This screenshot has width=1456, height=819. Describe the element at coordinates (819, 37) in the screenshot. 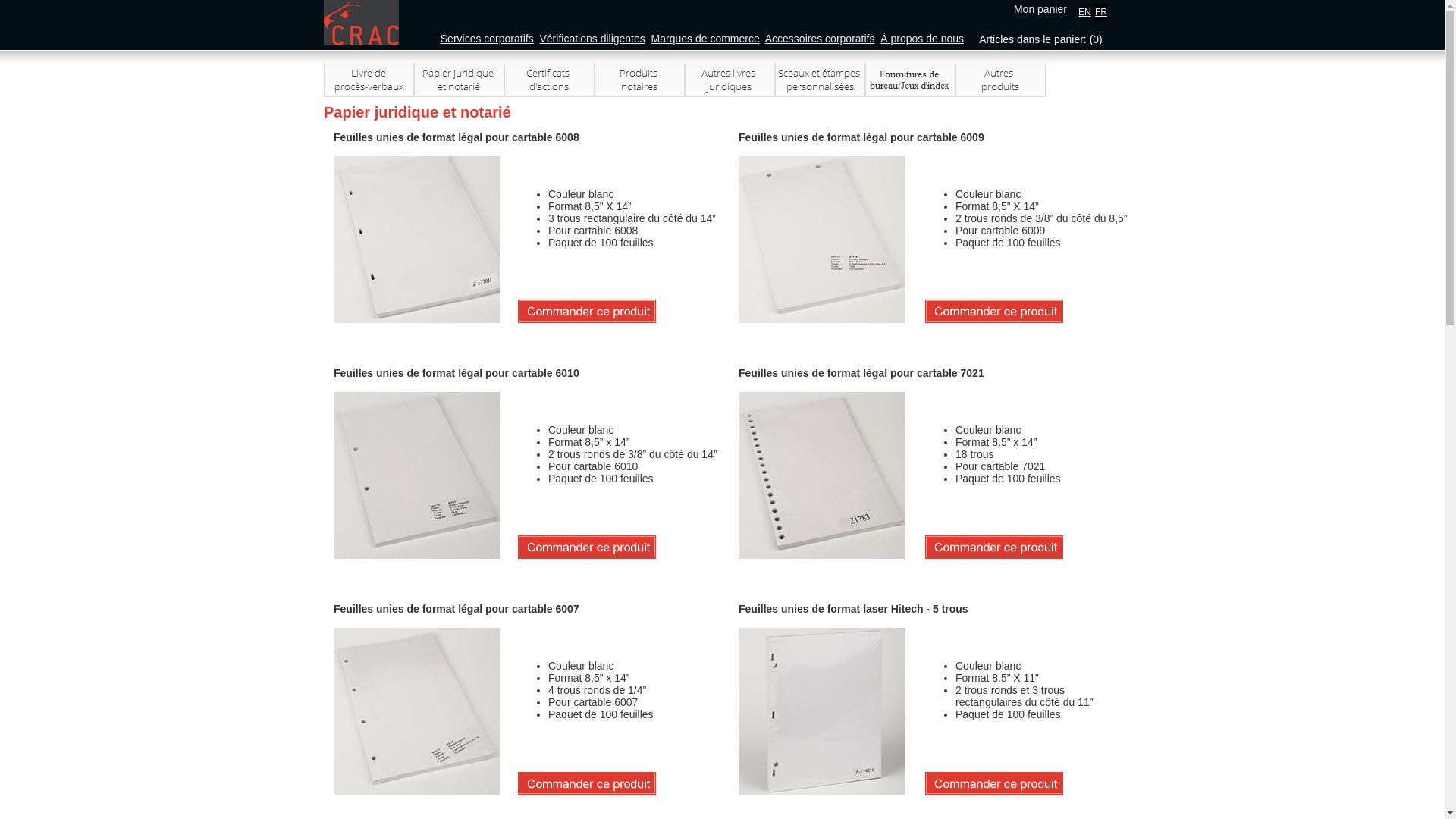

I see `'Accessoires corporatifs'` at that location.